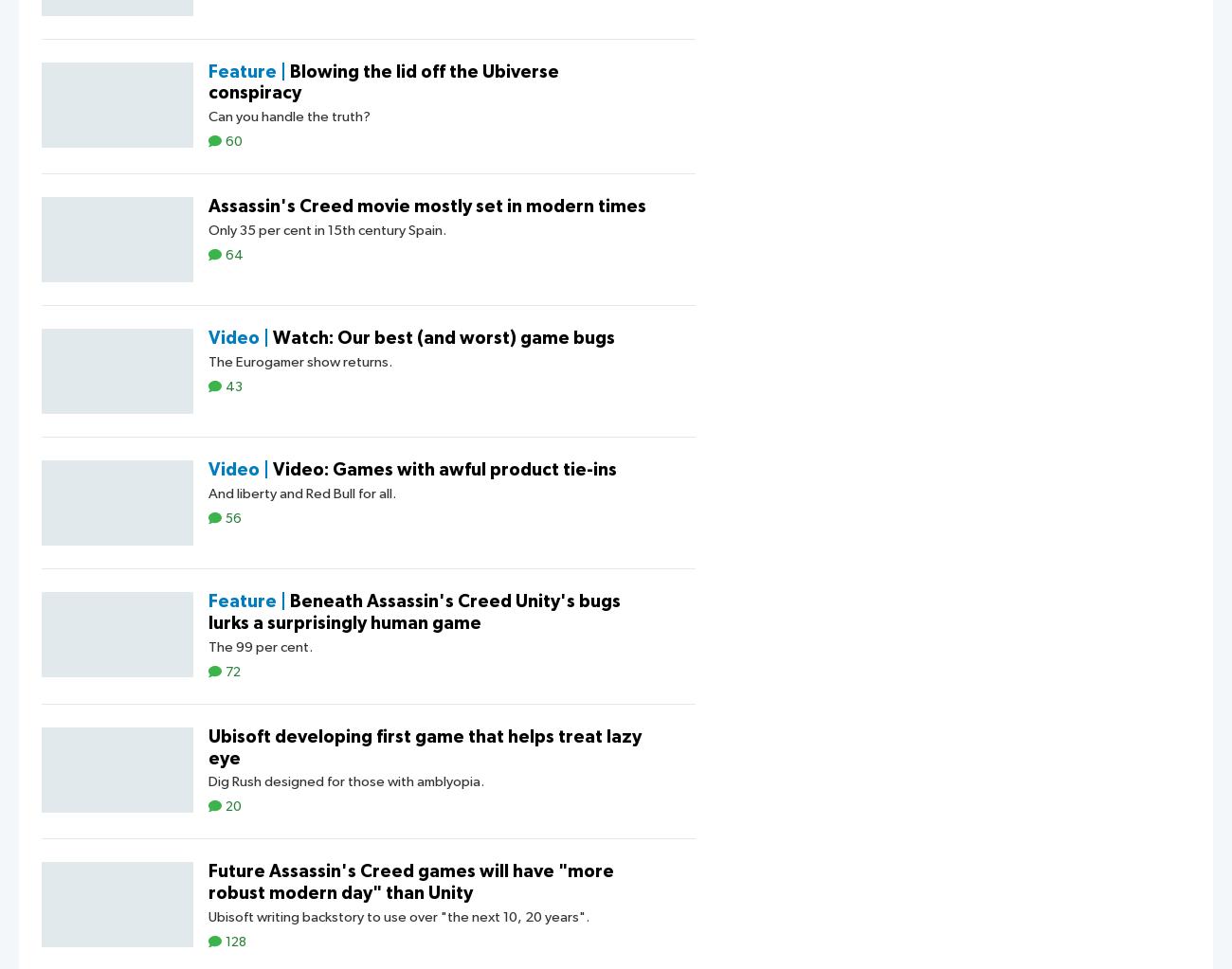 This screenshot has height=969, width=1232. What do you see at coordinates (233, 255) in the screenshot?
I see `'64'` at bounding box center [233, 255].